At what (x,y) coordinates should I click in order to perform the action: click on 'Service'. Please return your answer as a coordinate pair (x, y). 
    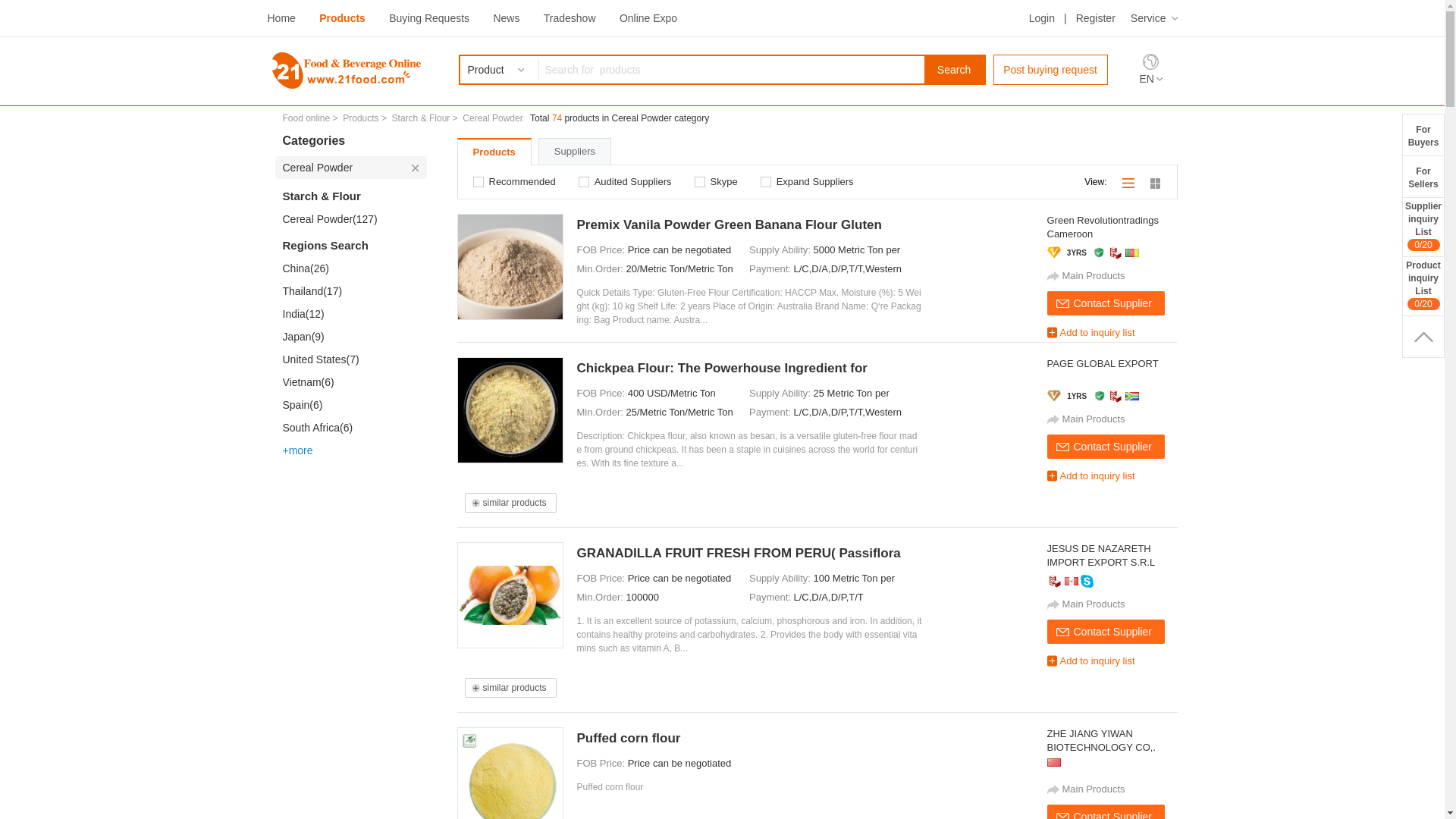
    Looking at the image, I should click on (1131, 17).